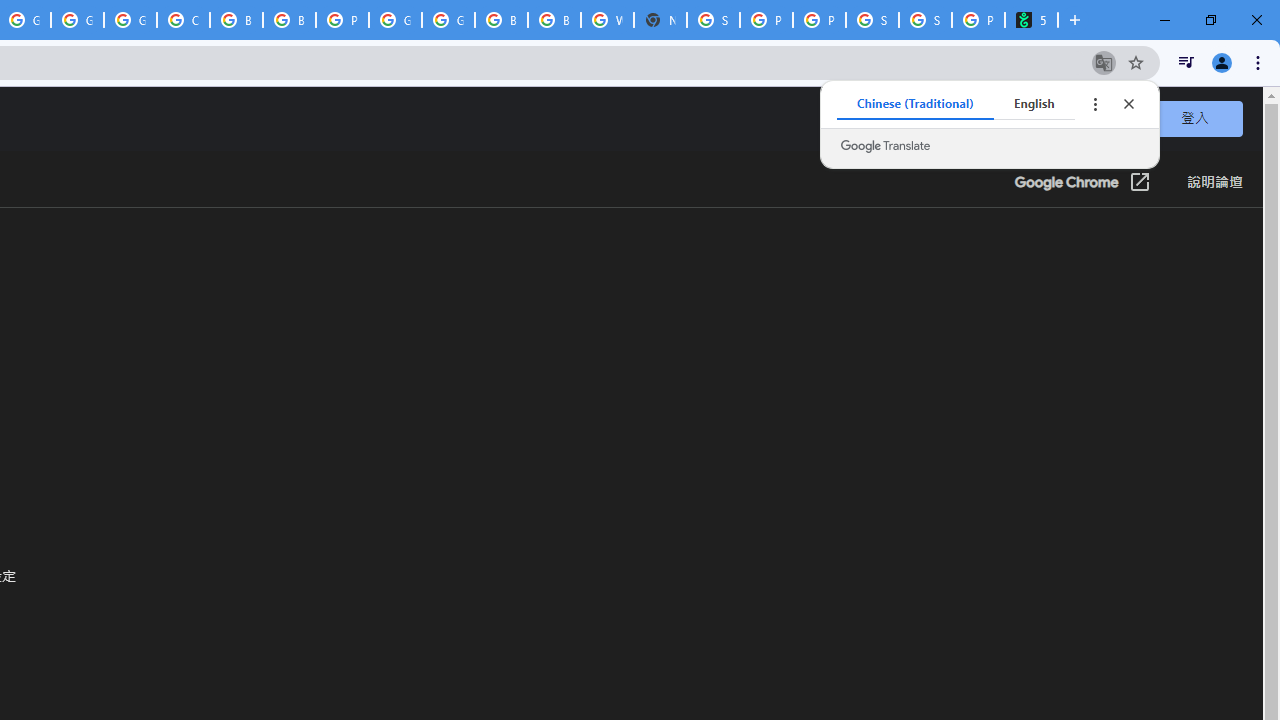 Image resolution: width=1280 pixels, height=720 pixels. Describe the element at coordinates (236, 20) in the screenshot. I see `'Browse Chrome as a guest - Computer - Google Chrome Help'` at that location.